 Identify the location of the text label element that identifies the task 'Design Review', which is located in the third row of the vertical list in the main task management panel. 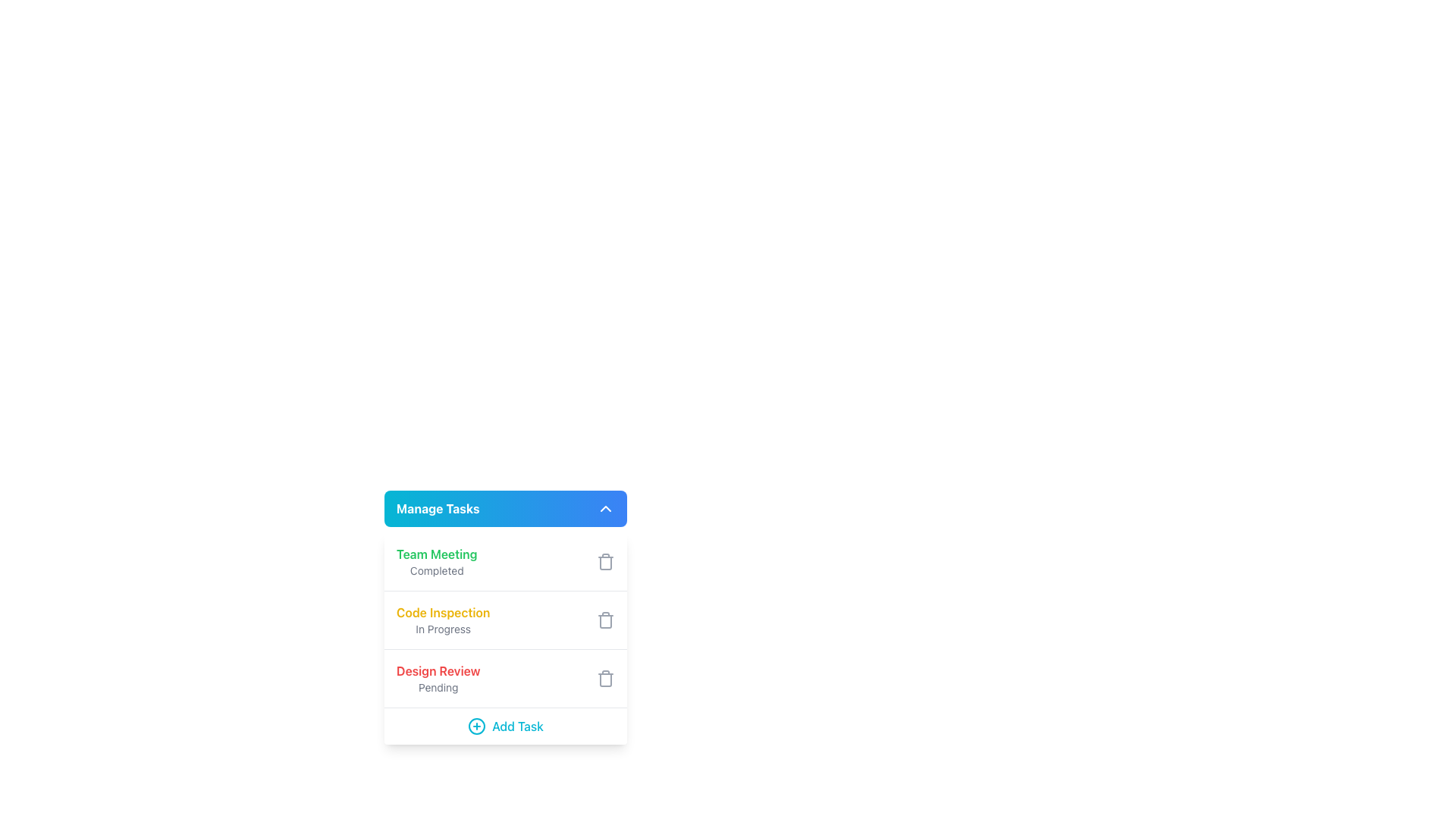
(438, 670).